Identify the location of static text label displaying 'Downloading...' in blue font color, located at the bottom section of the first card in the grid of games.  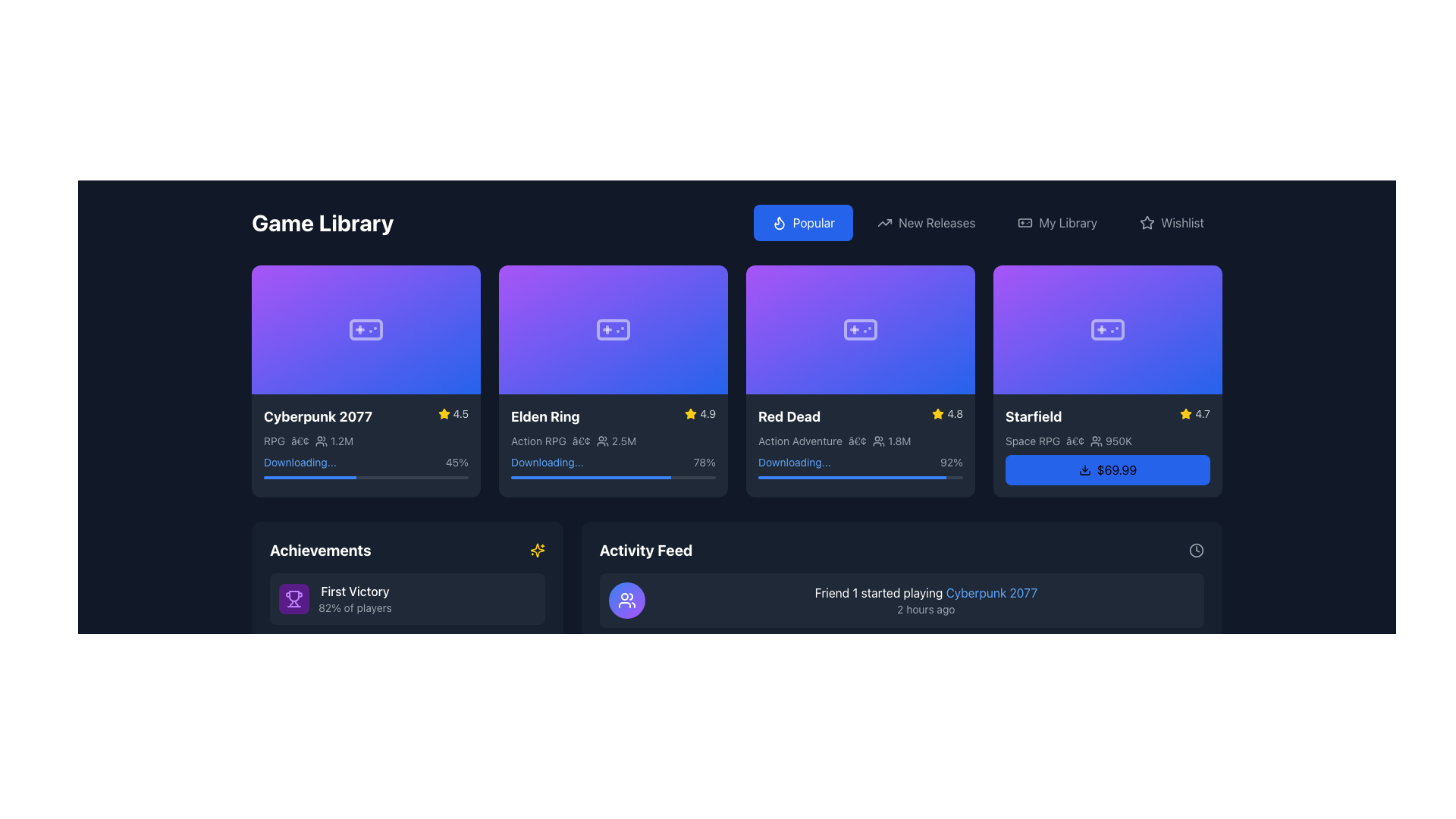
(300, 461).